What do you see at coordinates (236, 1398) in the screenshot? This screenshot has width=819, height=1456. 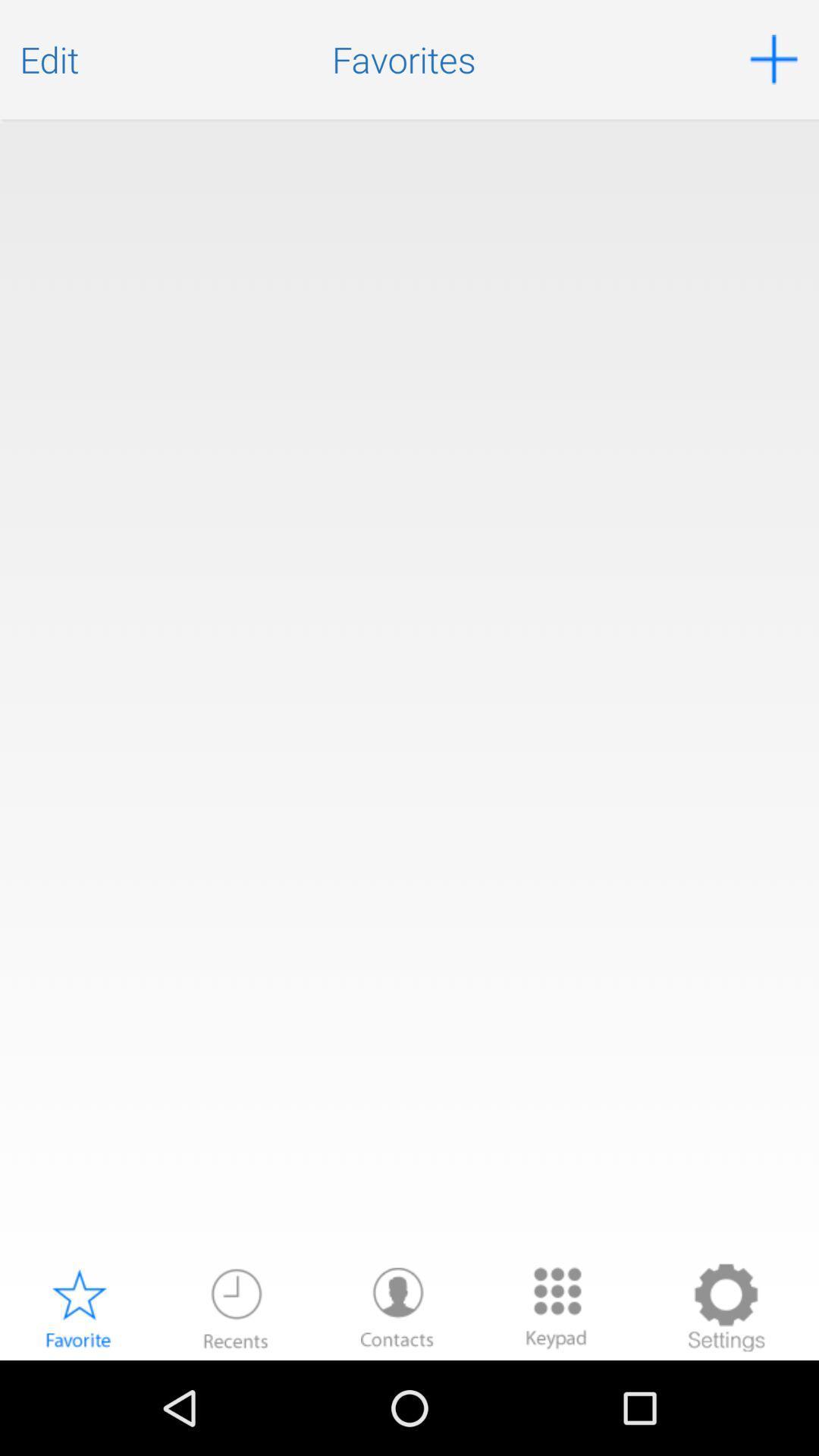 I see `the time icon` at bounding box center [236, 1398].